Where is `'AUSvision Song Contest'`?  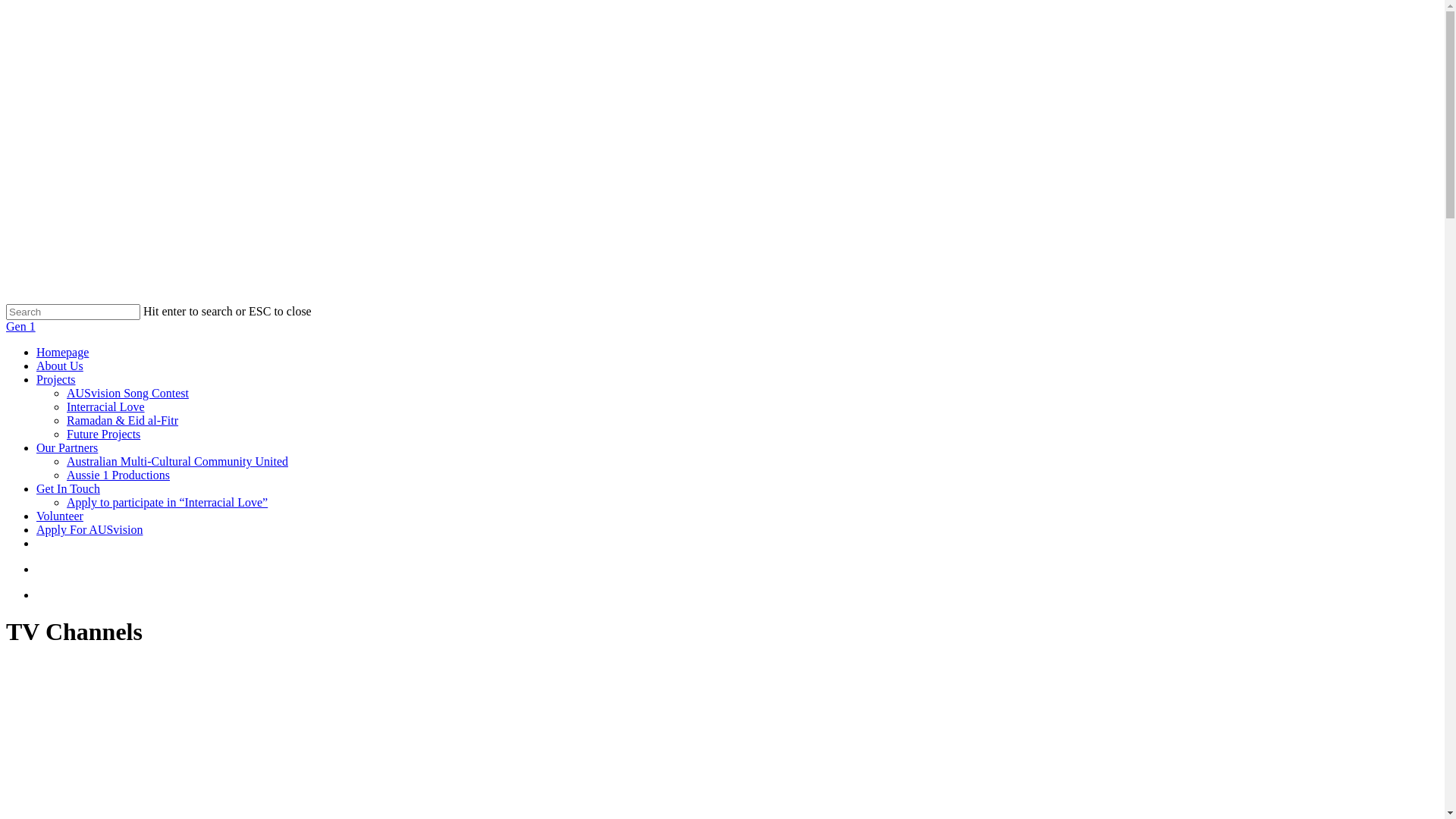
'AUSvision Song Contest' is located at coordinates (127, 392).